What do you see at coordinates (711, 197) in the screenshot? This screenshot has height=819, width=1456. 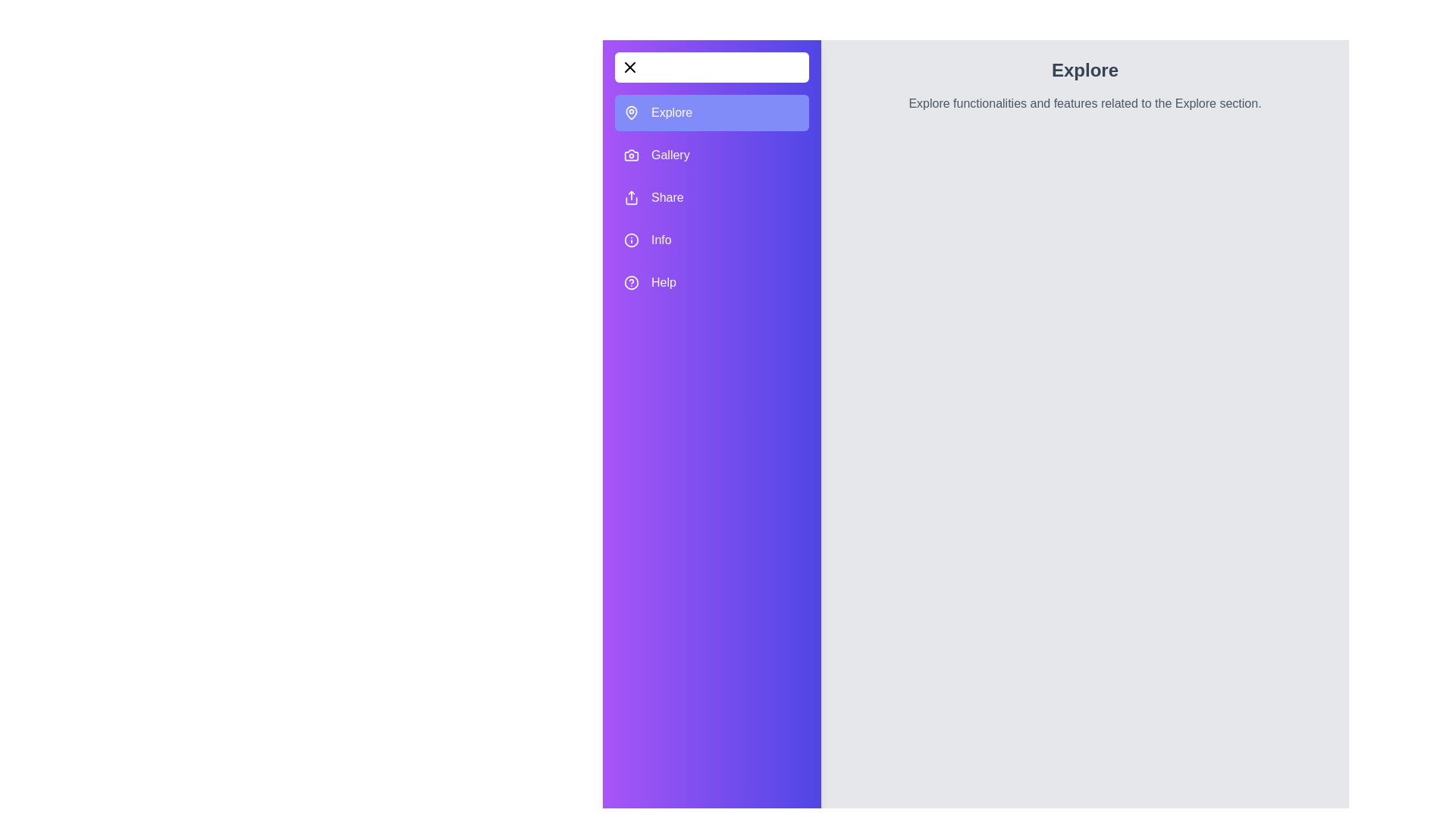 I see `the tab labeled Share in the navigation drawer` at bounding box center [711, 197].